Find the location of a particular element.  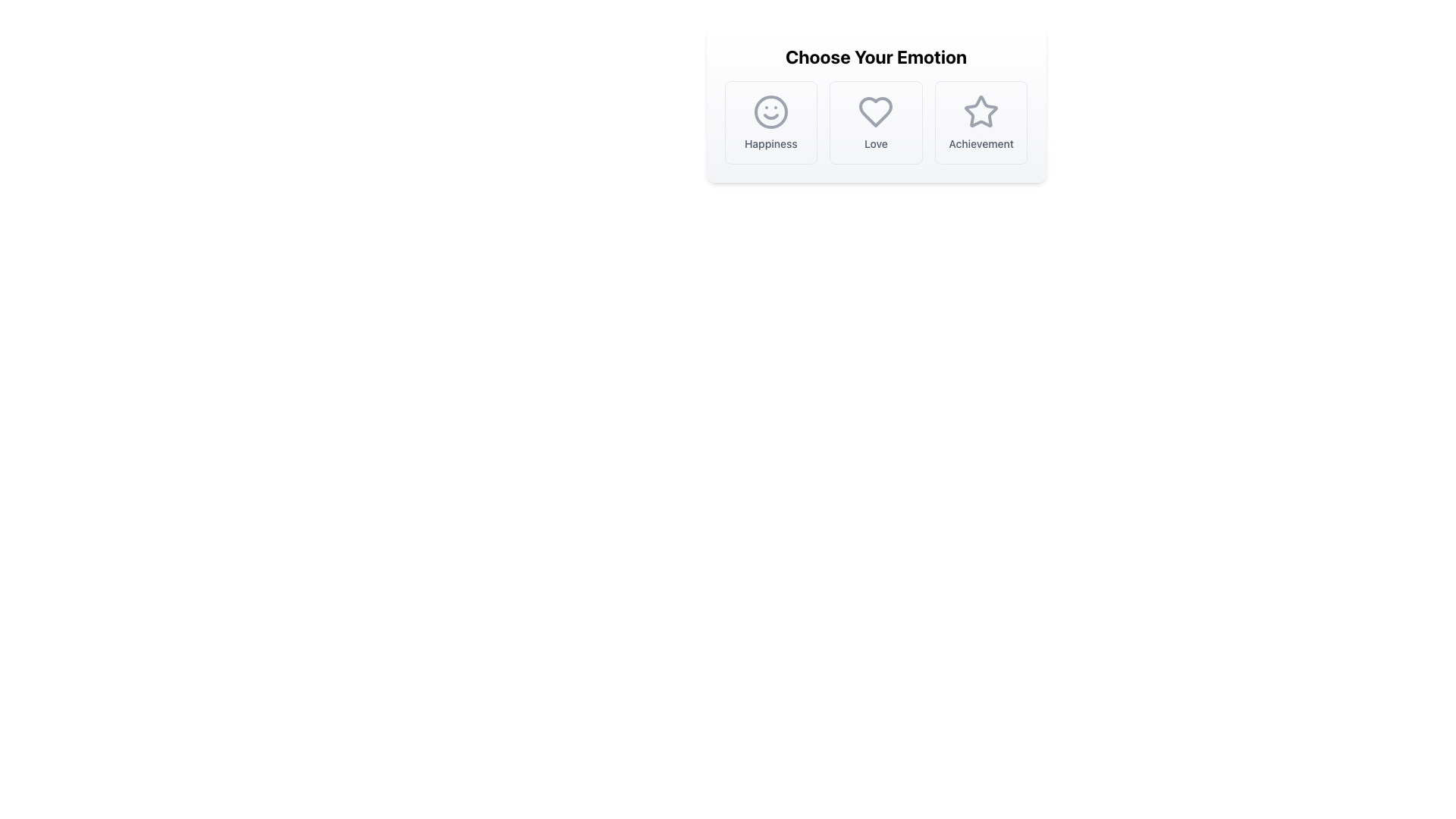

the text label displaying the word 'Love' that is positioned below the heart-shaped icon in the 'Choose Your Emotion' section is located at coordinates (876, 143).